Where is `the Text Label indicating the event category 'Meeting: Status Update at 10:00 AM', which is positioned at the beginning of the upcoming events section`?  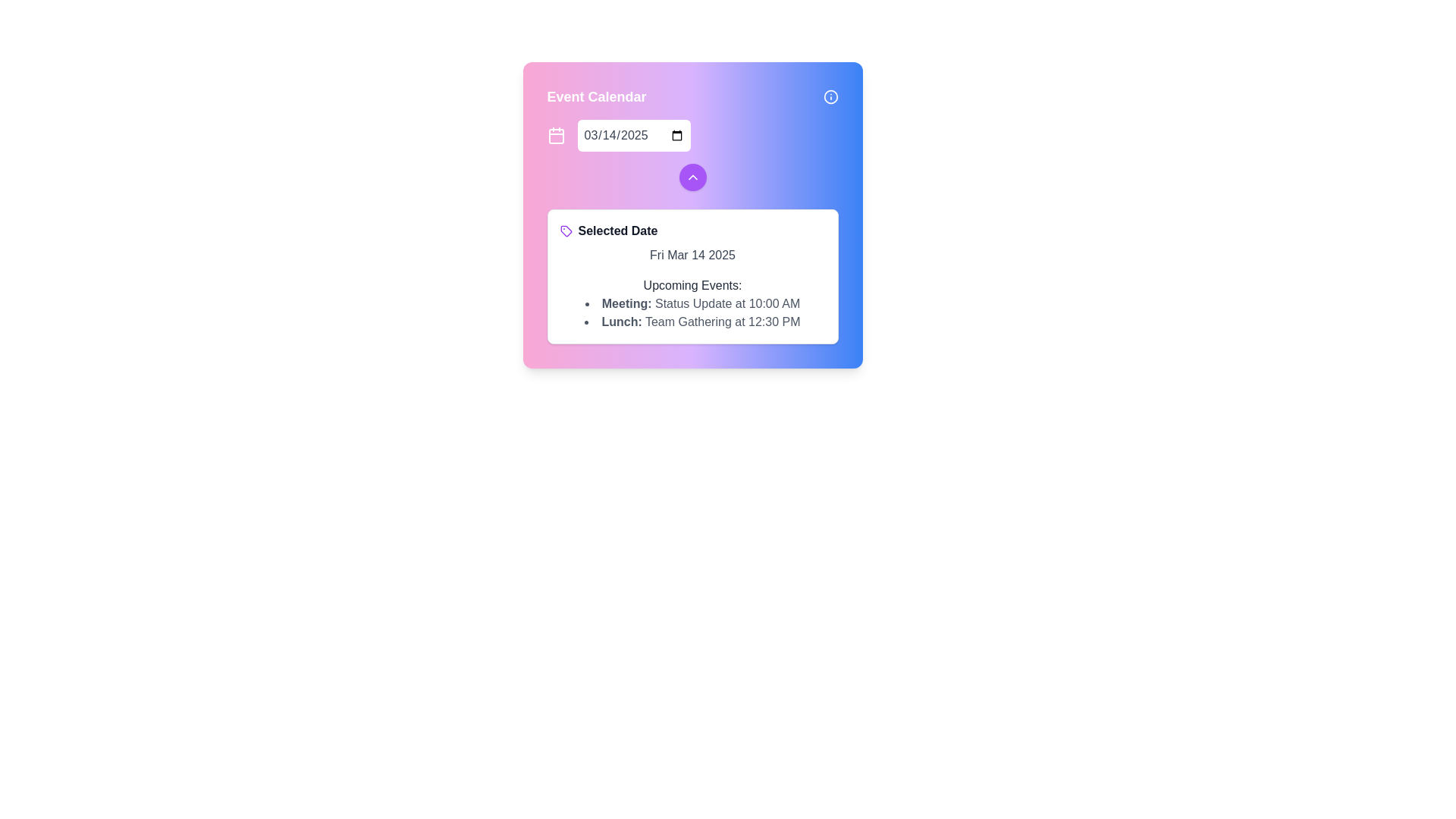 the Text Label indicating the event category 'Meeting: Status Update at 10:00 AM', which is positioned at the beginning of the upcoming events section is located at coordinates (626, 303).